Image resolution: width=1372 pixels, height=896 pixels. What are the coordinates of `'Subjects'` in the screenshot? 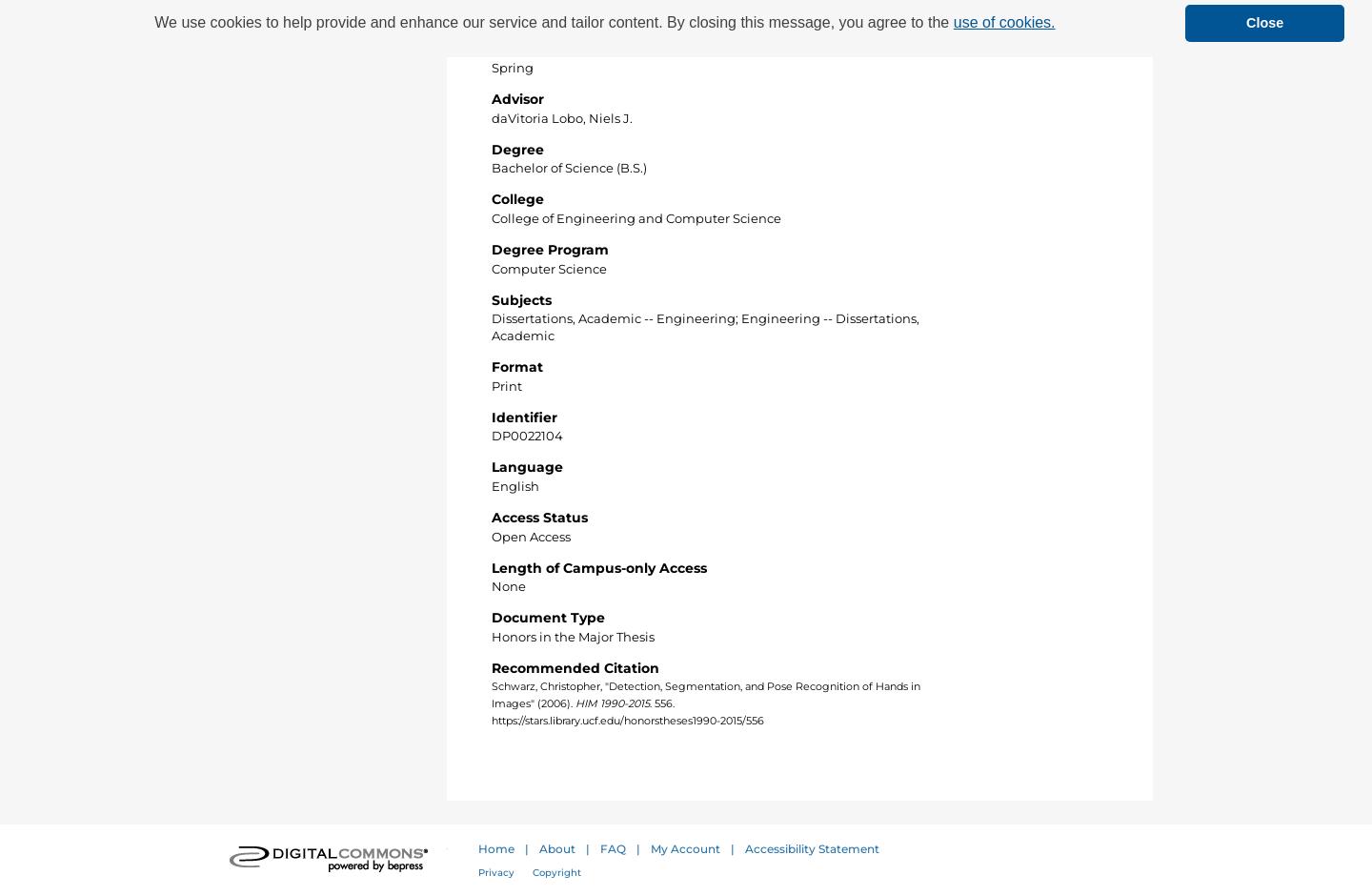 It's located at (521, 297).